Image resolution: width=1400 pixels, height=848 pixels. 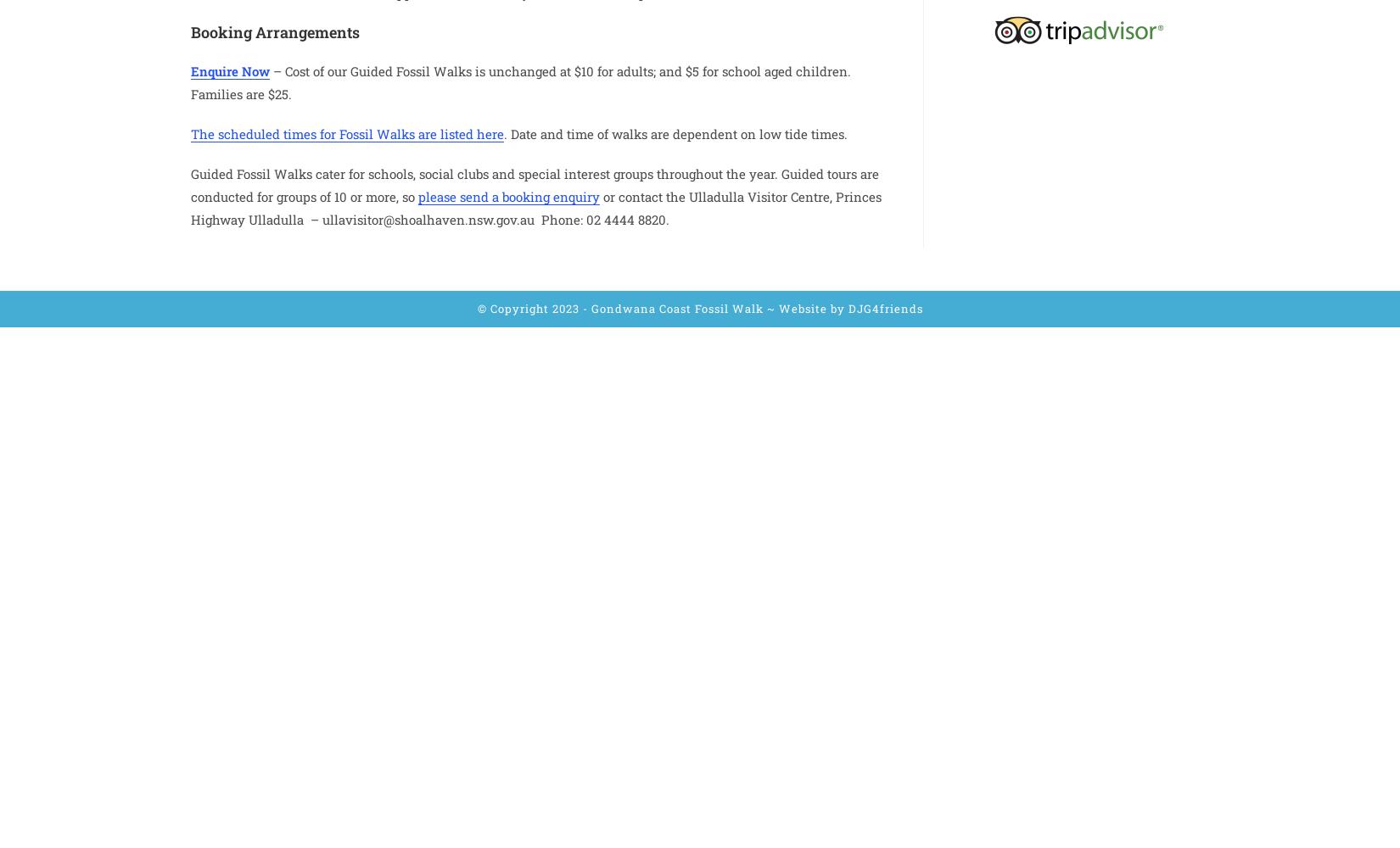 I want to click on 'please send a booking enquiry', so click(x=507, y=195).